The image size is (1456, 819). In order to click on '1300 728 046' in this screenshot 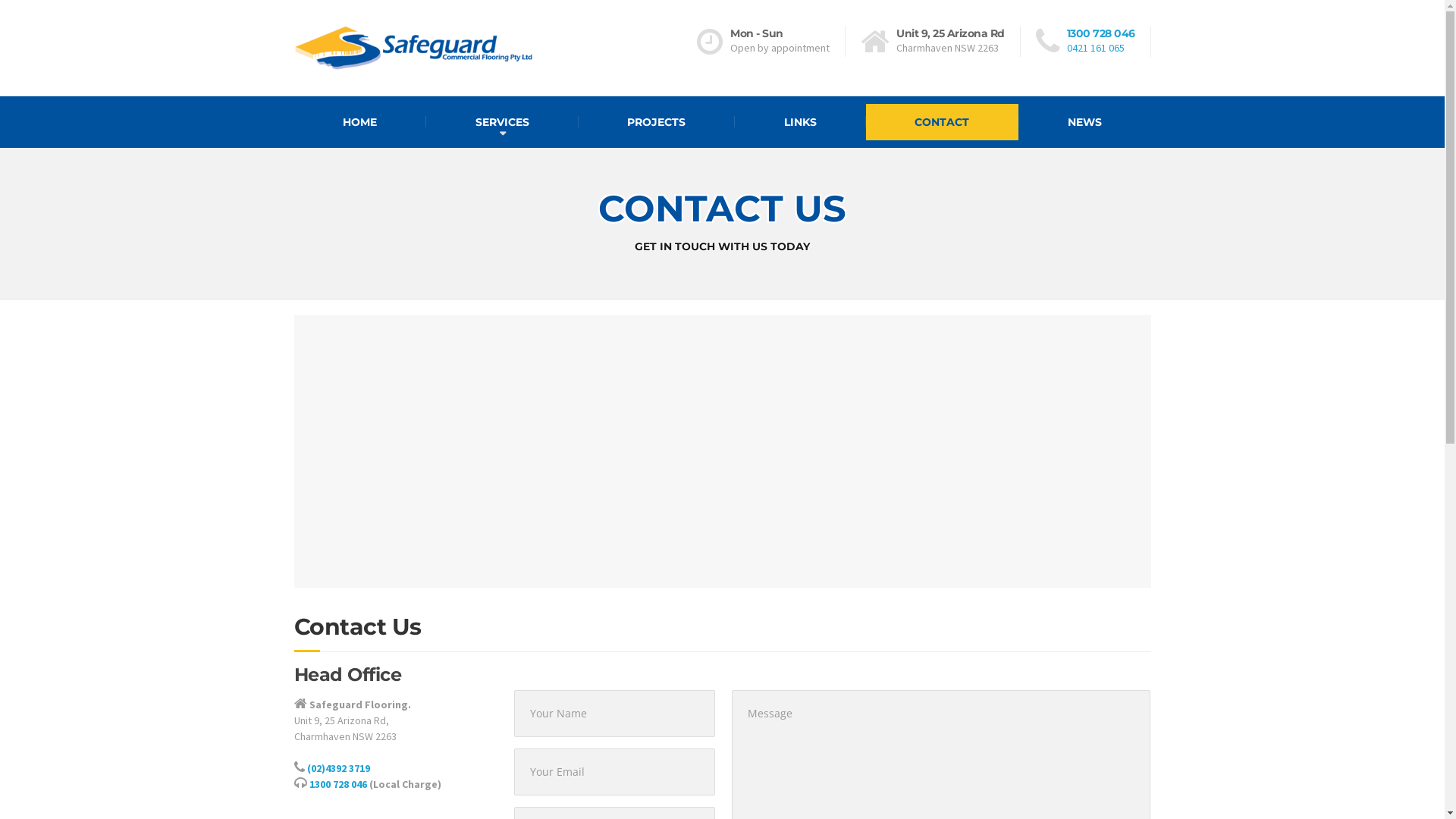, I will do `click(337, 783)`.